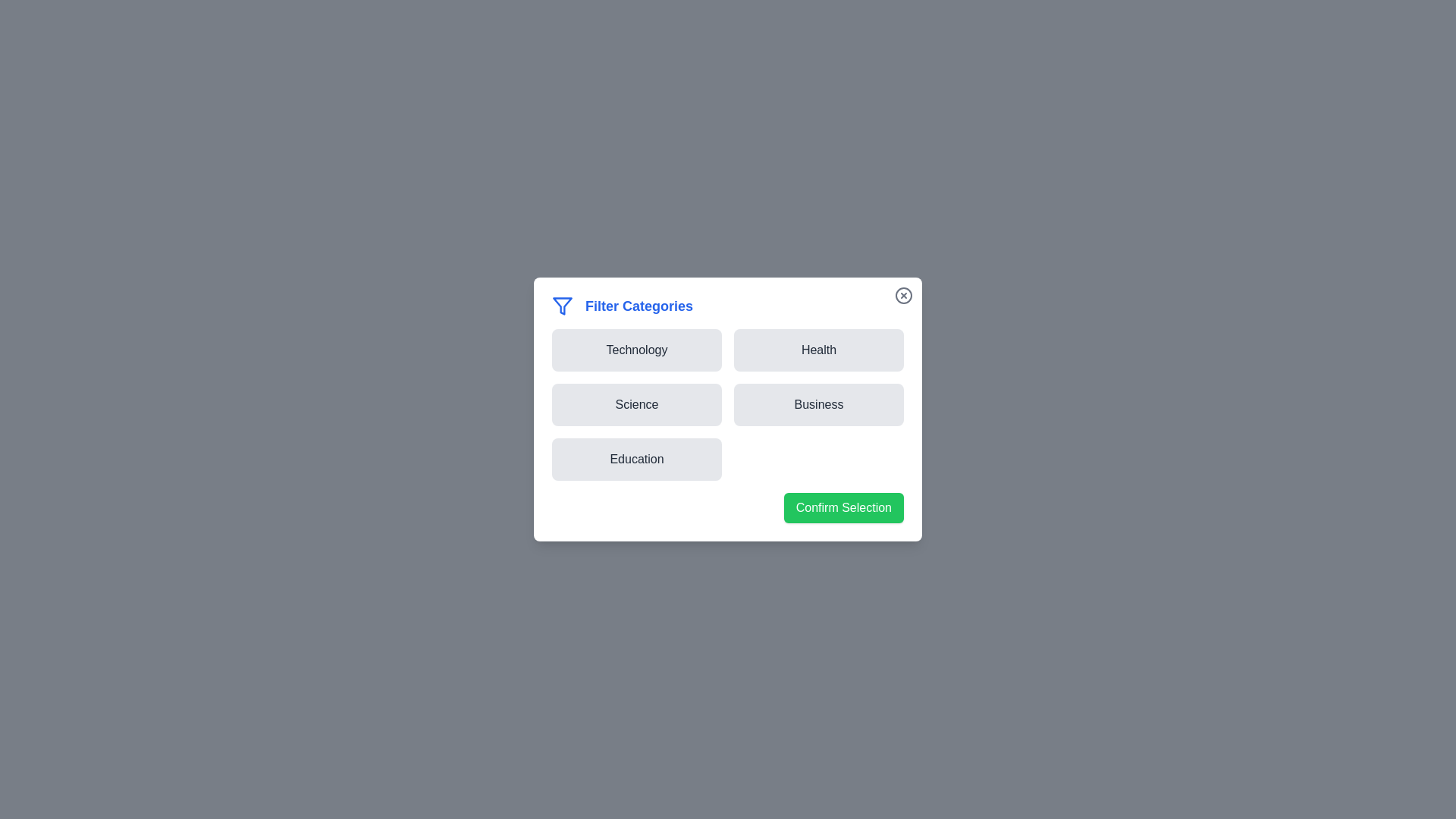  Describe the element at coordinates (818, 350) in the screenshot. I see `the button corresponding to the category Health` at that location.